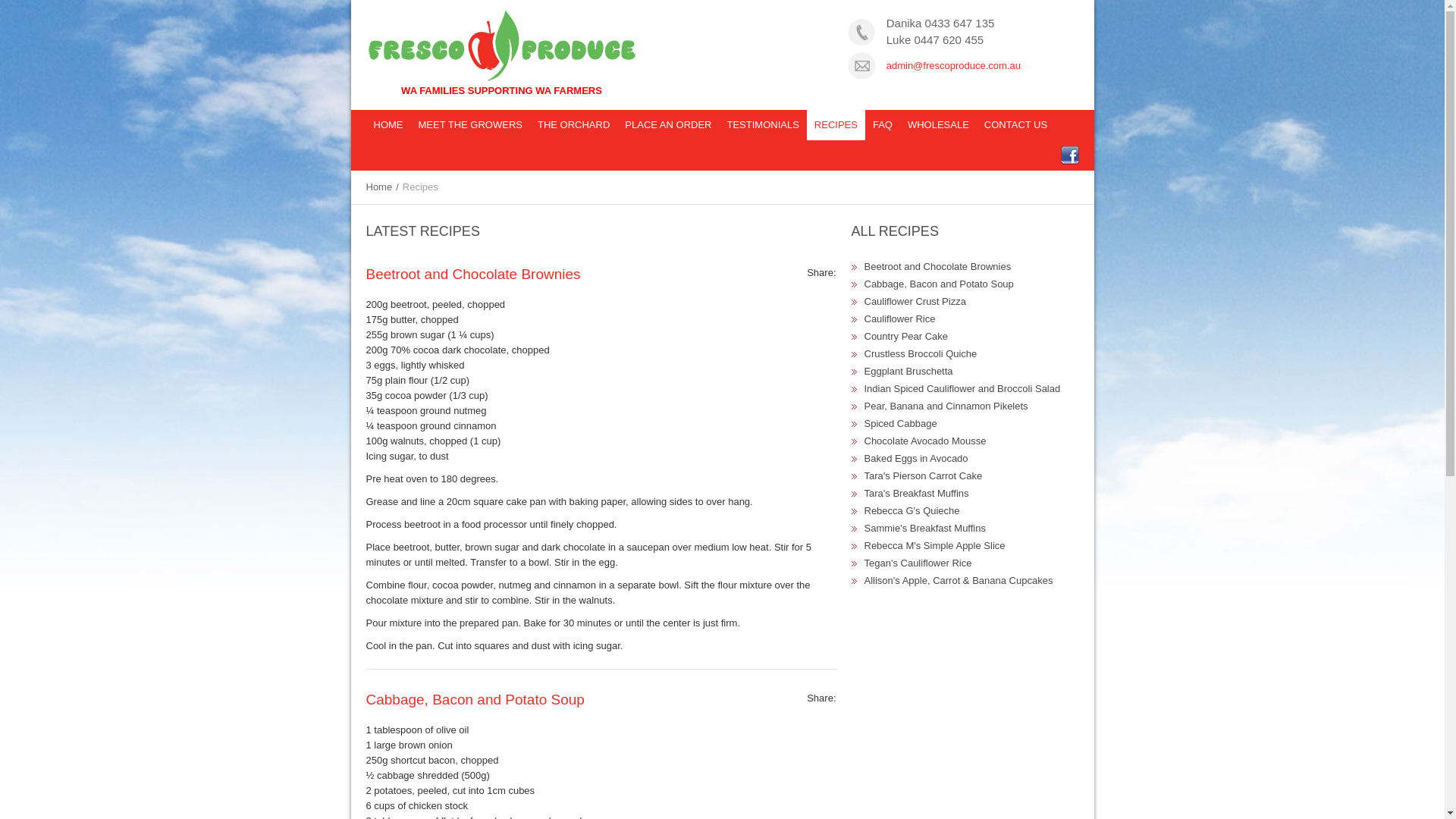 Image resolution: width=1456 pixels, height=819 pixels. What do you see at coordinates (371, 186) in the screenshot?
I see `'Home'` at bounding box center [371, 186].